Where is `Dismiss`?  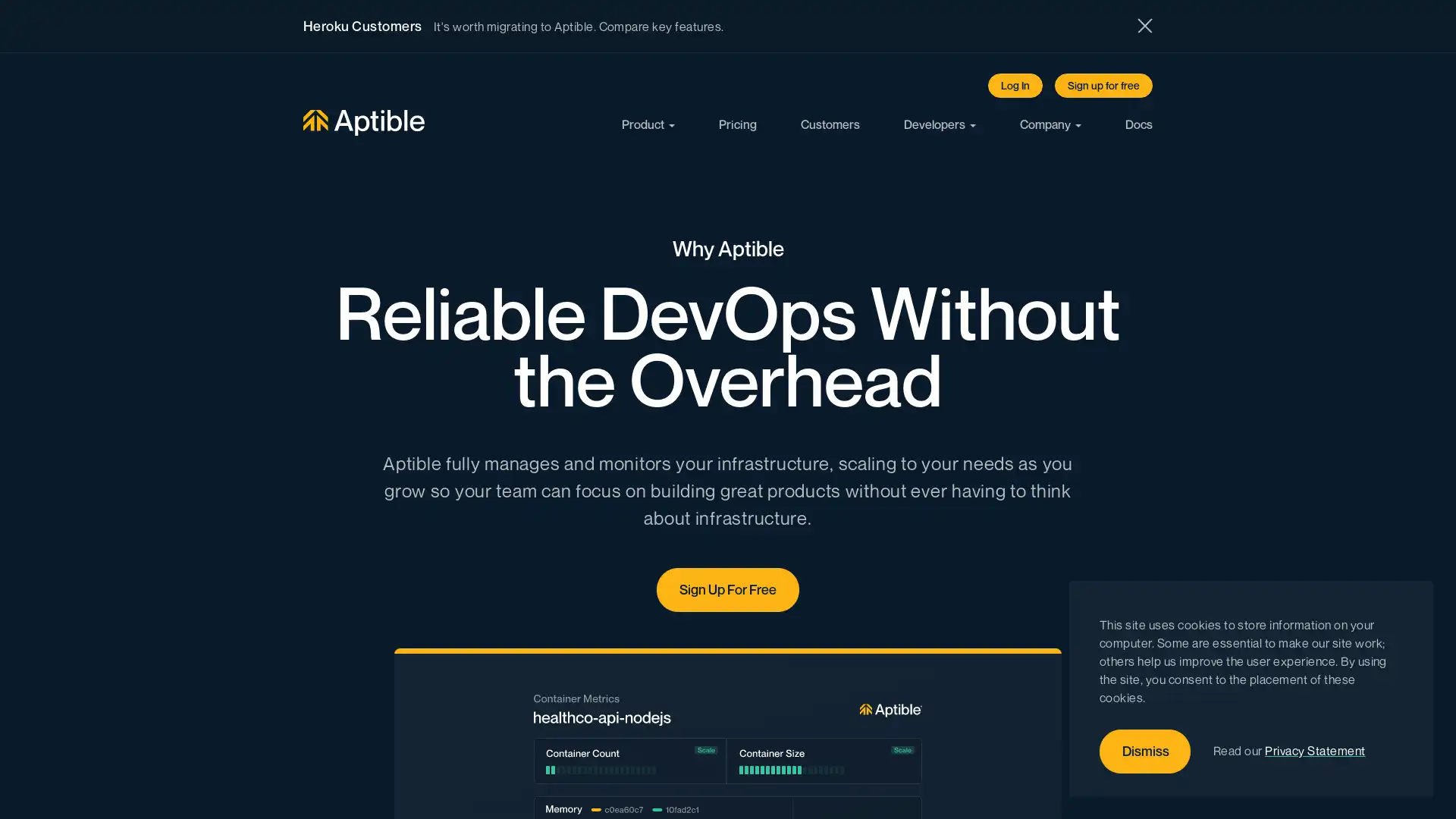
Dismiss is located at coordinates (1145, 752).